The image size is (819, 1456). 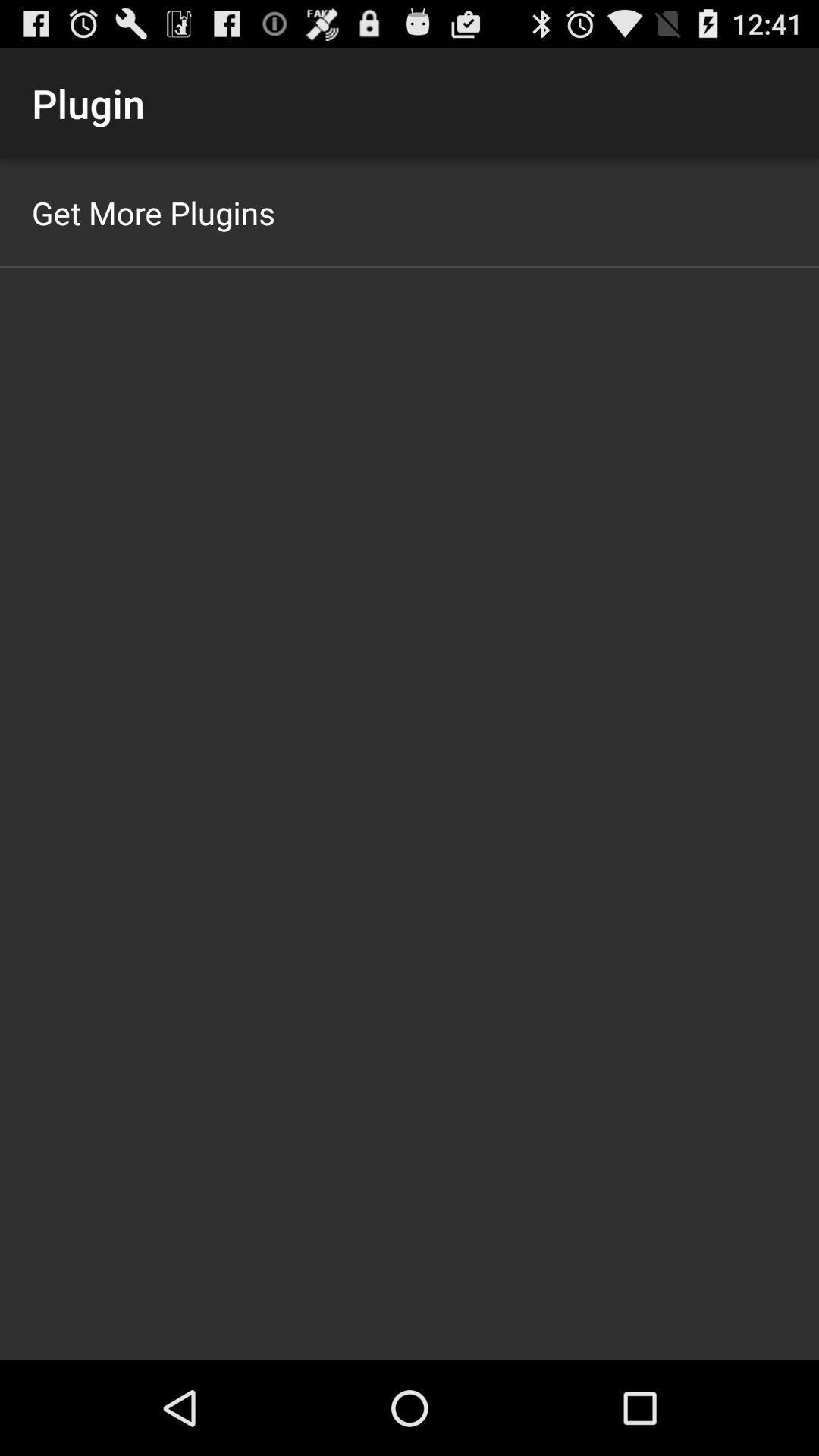 I want to click on icon below plugin, so click(x=153, y=212).